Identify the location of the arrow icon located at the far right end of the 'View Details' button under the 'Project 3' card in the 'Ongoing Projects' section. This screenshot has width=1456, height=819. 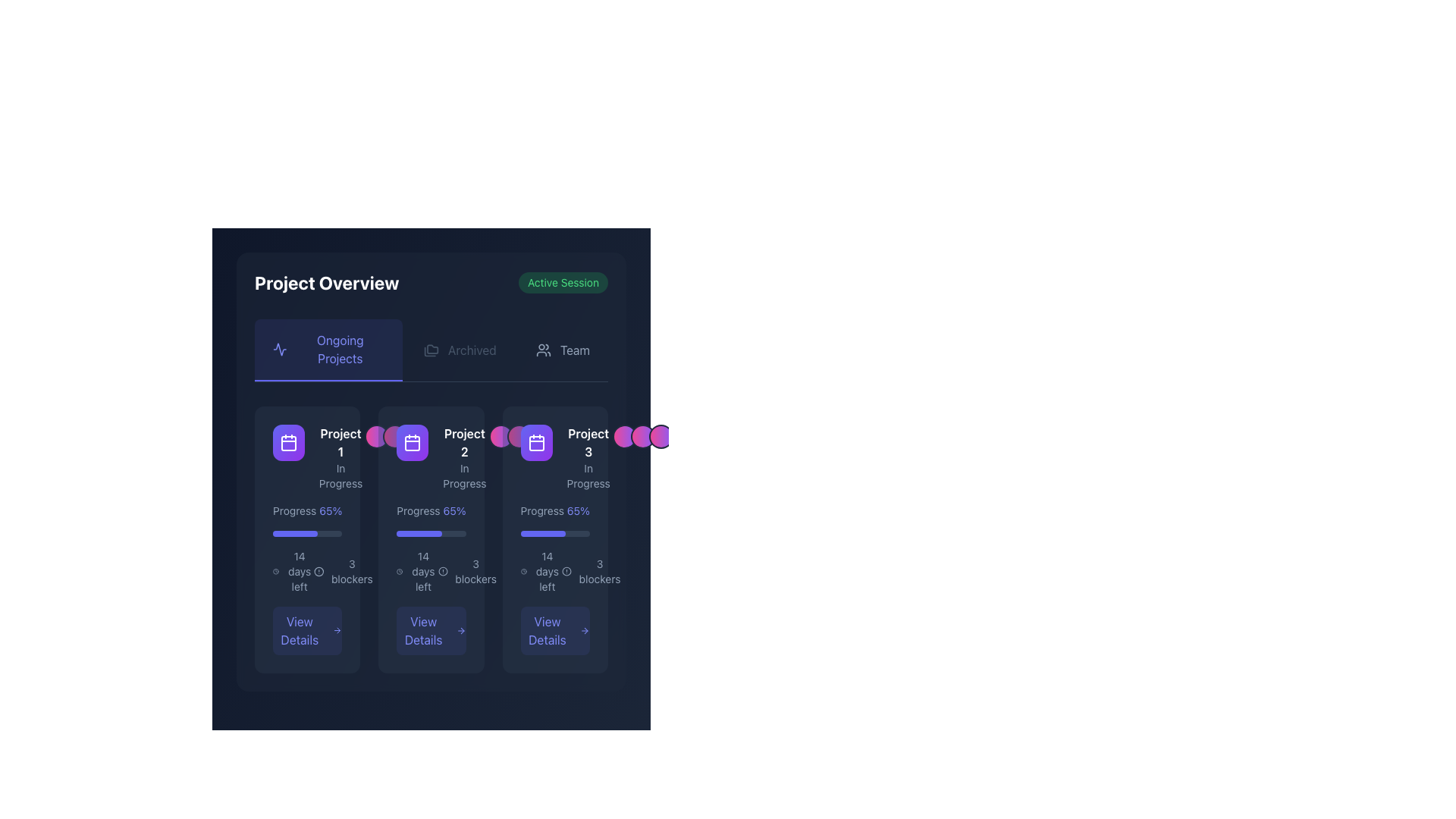
(584, 631).